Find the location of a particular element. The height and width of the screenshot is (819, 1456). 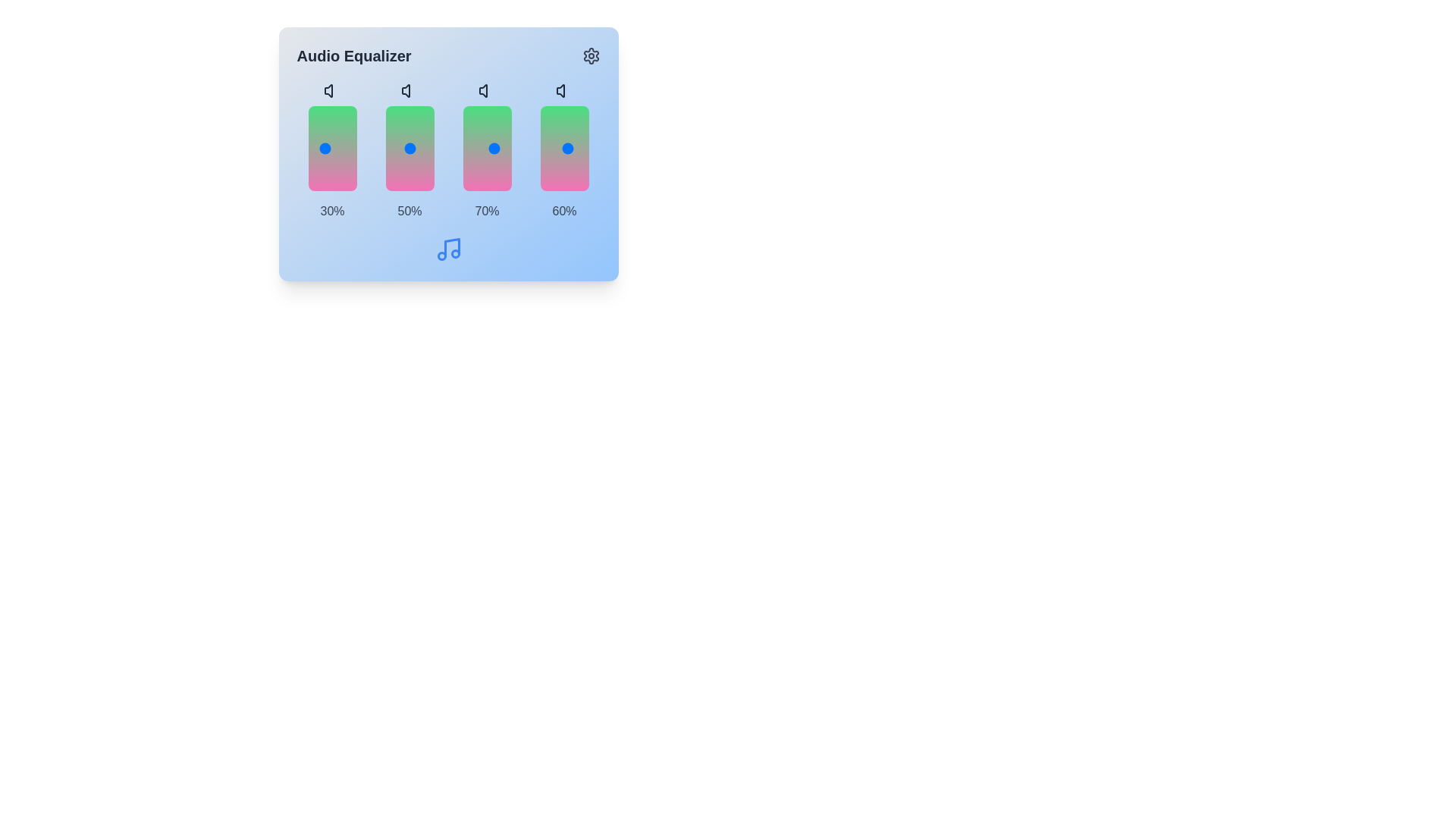

the settings icon located at the top-right corner of the component is located at coordinates (590, 55).